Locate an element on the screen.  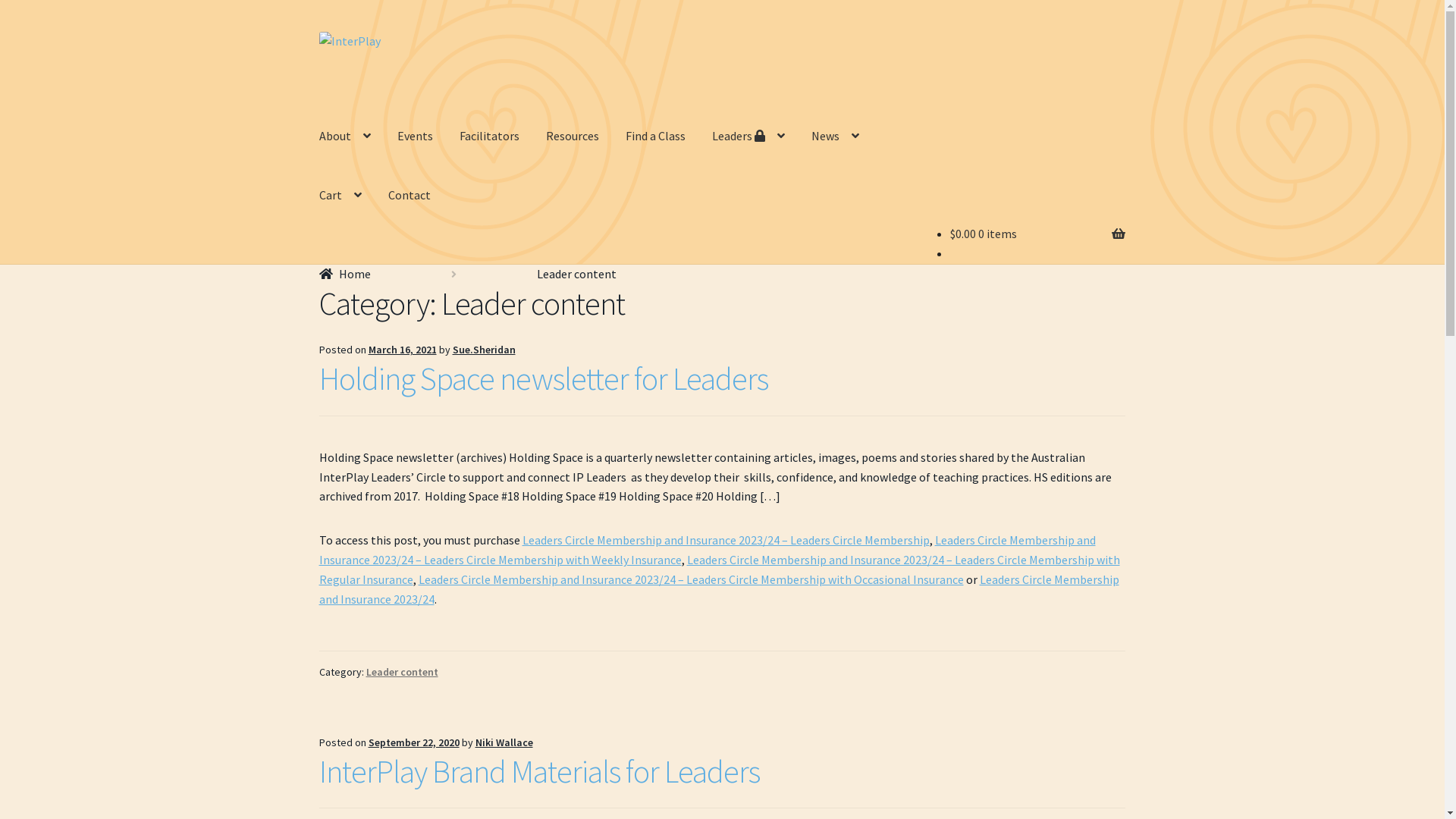
'September 22, 2020' is located at coordinates (368, 742).